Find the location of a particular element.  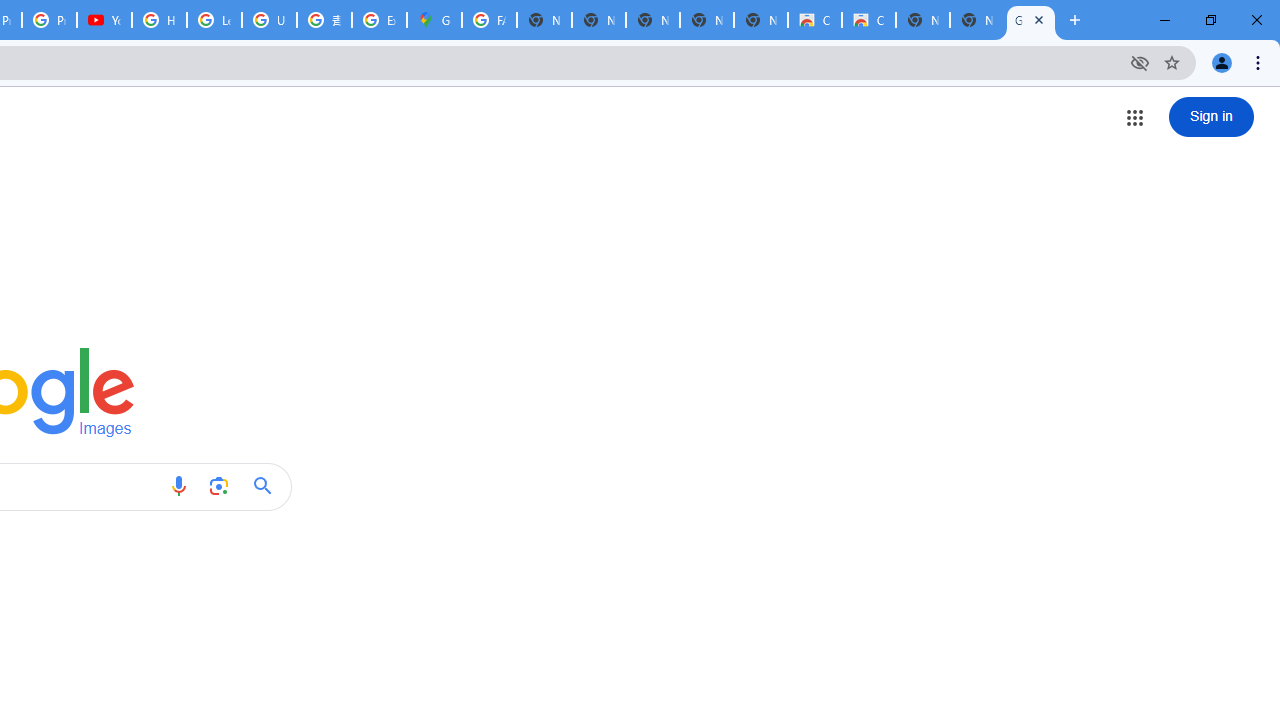

'YouTube' is located at coordinates (103, 20).